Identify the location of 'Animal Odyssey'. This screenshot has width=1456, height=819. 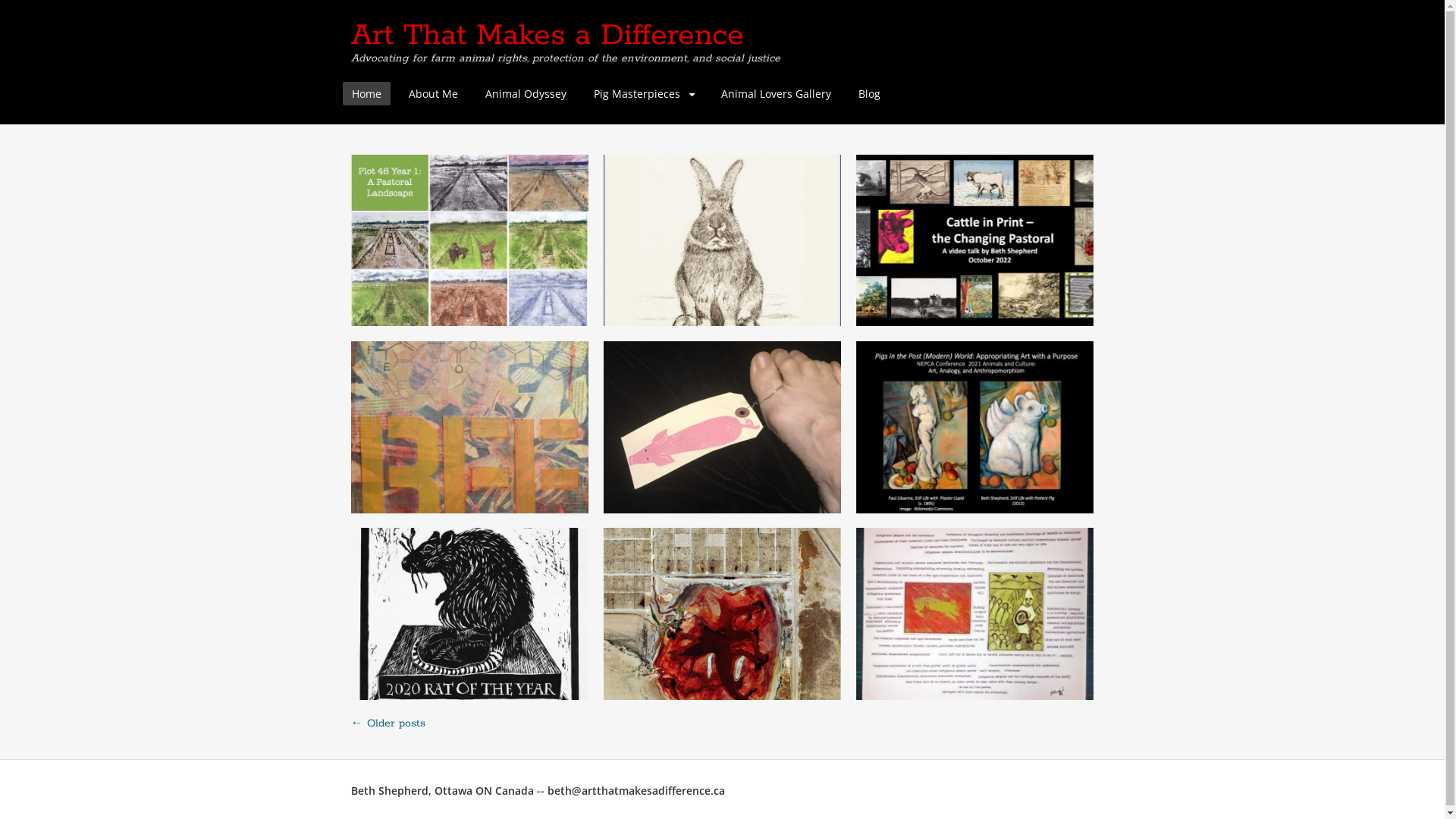
(475, 93).